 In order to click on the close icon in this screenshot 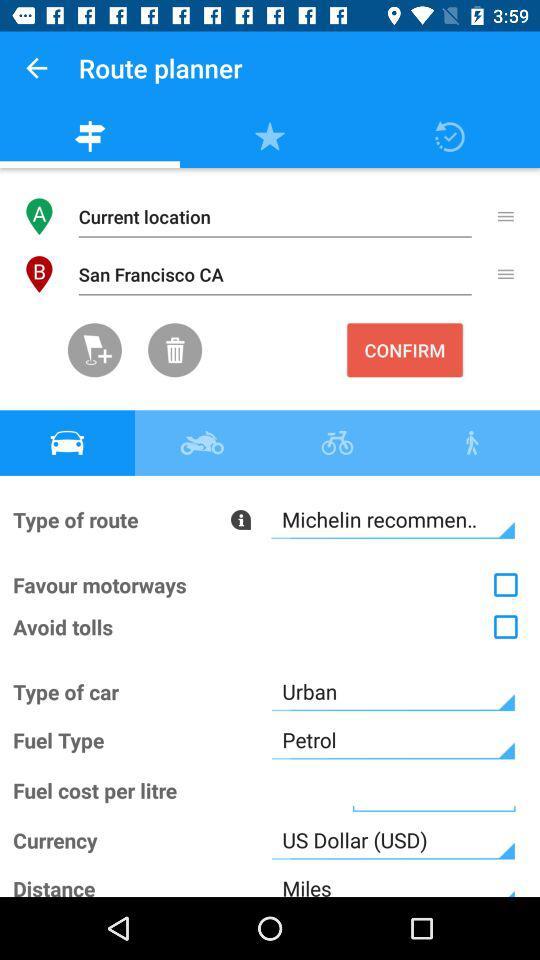, I will do `click(502, 473)`.